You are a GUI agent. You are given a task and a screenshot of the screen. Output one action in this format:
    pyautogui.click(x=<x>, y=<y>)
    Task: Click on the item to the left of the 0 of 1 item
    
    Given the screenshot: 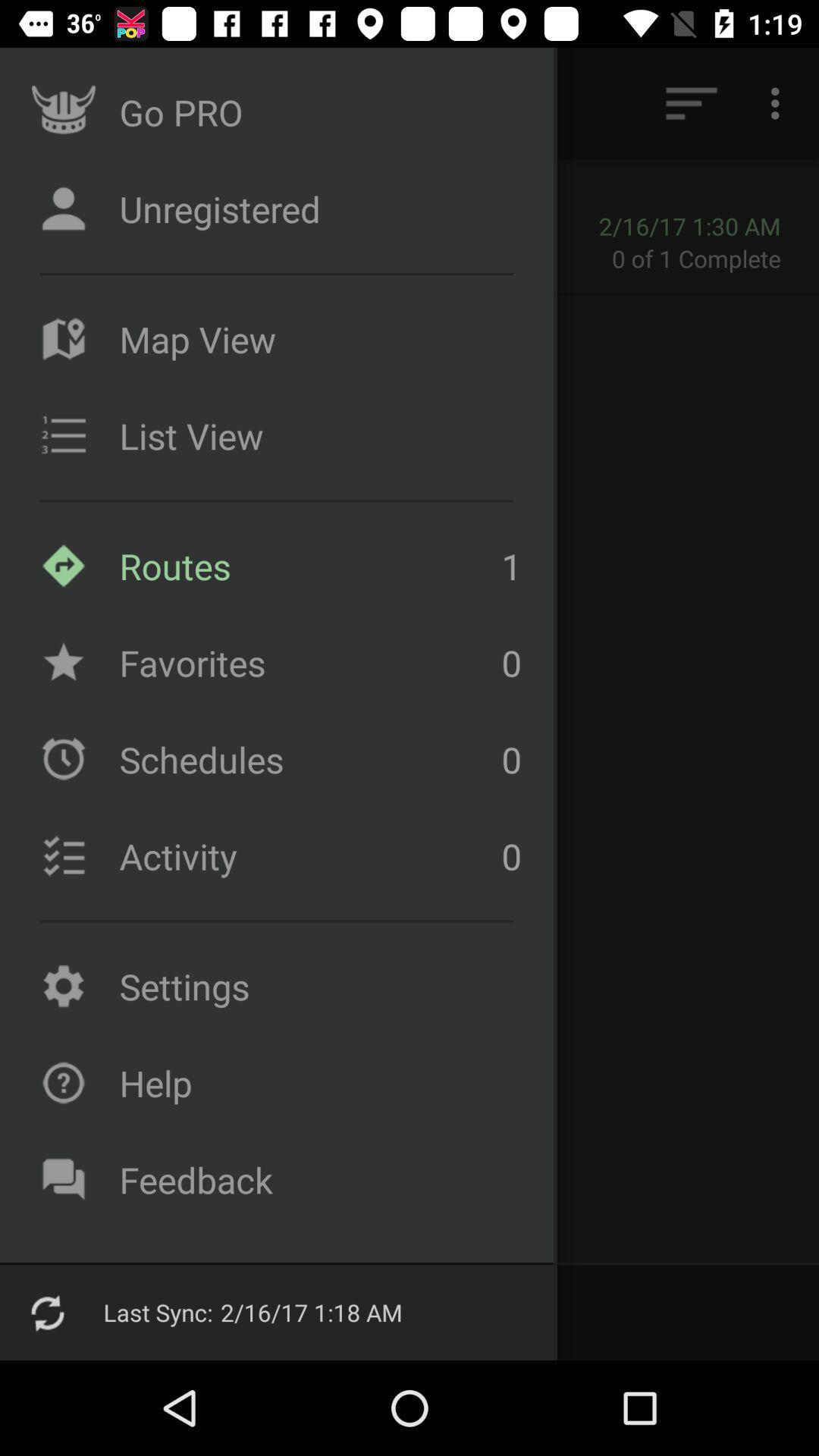 What is the action you would take?
    pyautogui.click(x=383, y=258)
    